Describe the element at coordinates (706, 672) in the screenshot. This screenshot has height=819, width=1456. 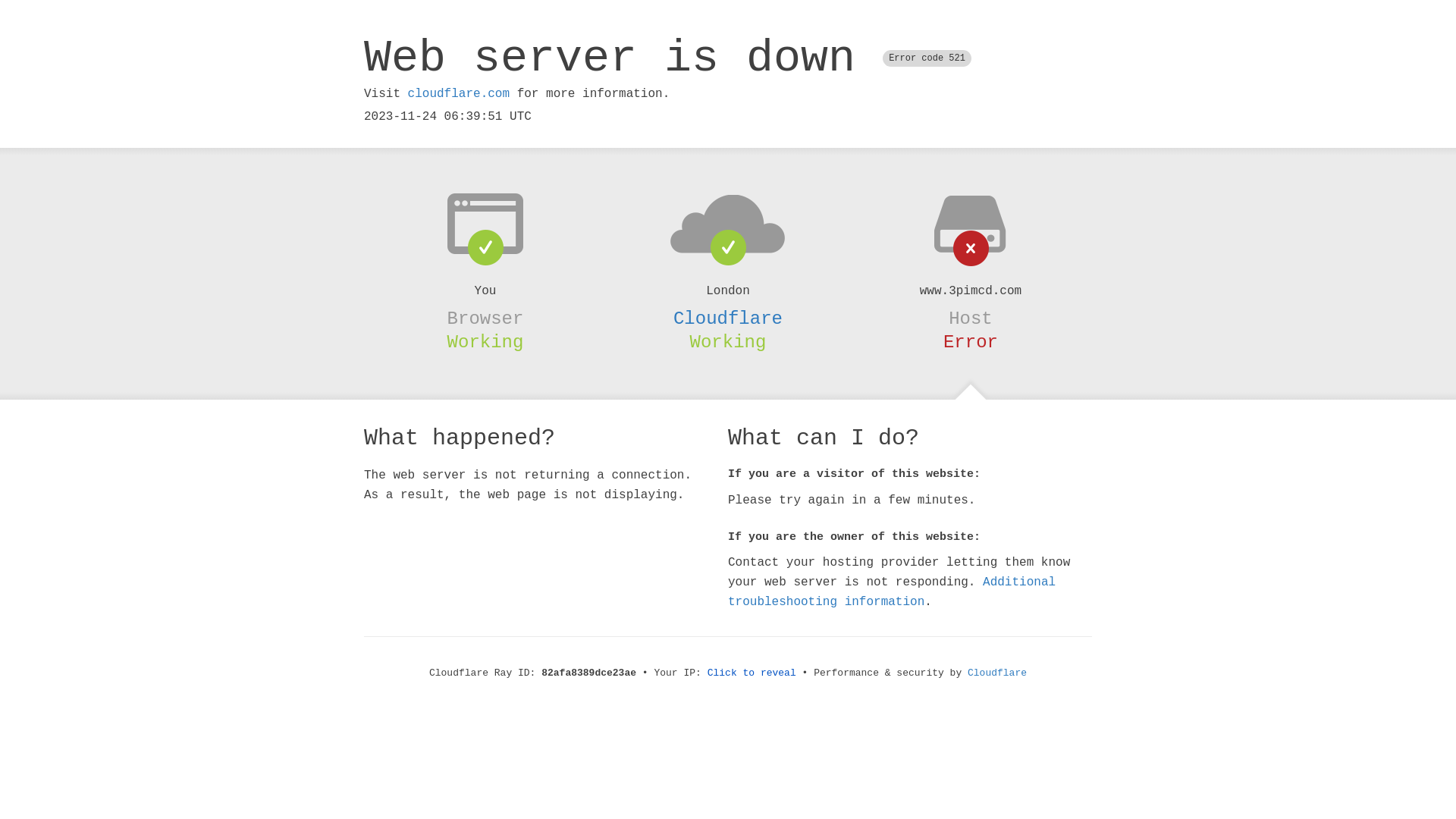
I see `'Click to reveal'` at that location.